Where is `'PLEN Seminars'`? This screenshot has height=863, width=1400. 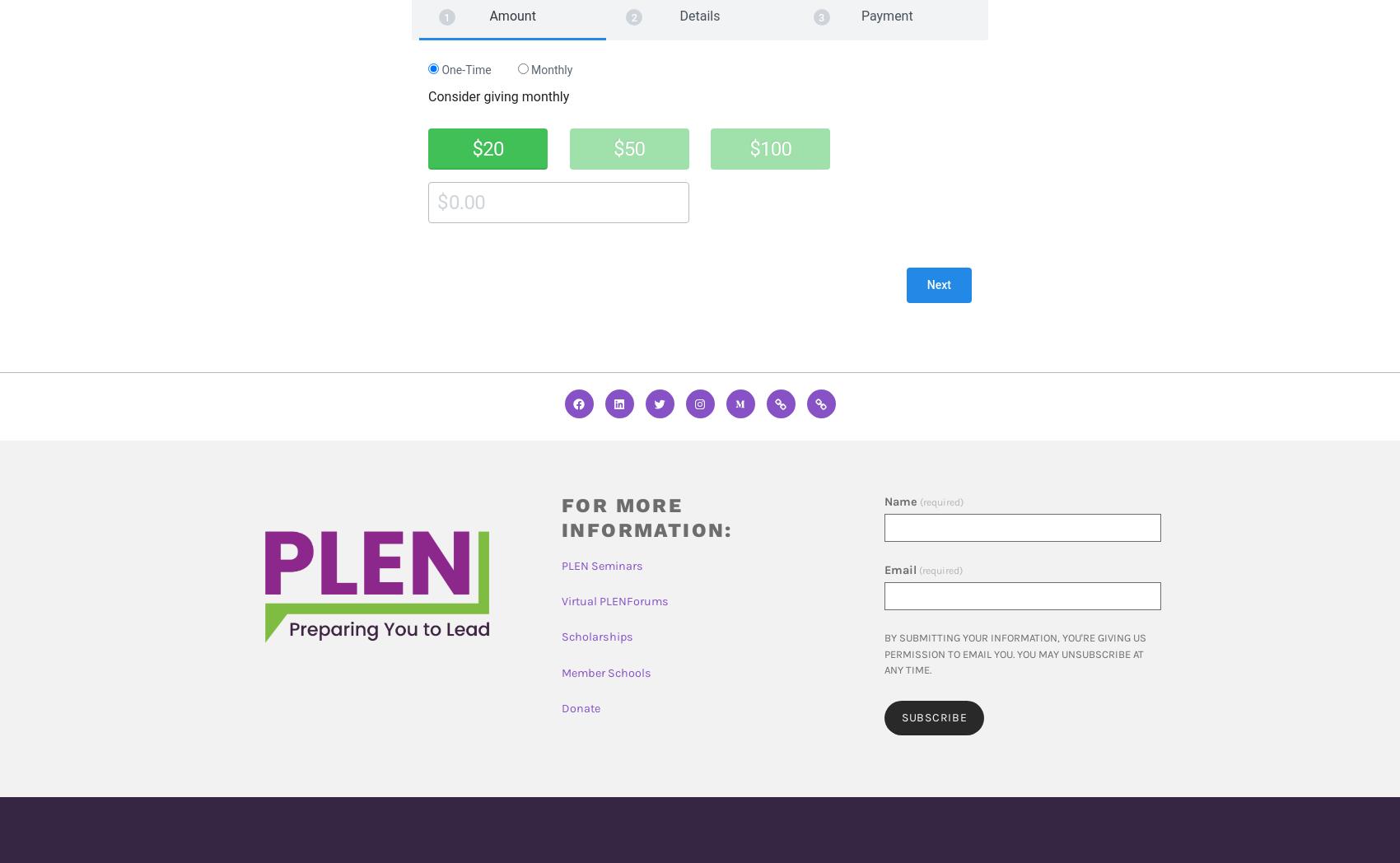 'PLEN Seminars' is located at coordinates (602, 566).